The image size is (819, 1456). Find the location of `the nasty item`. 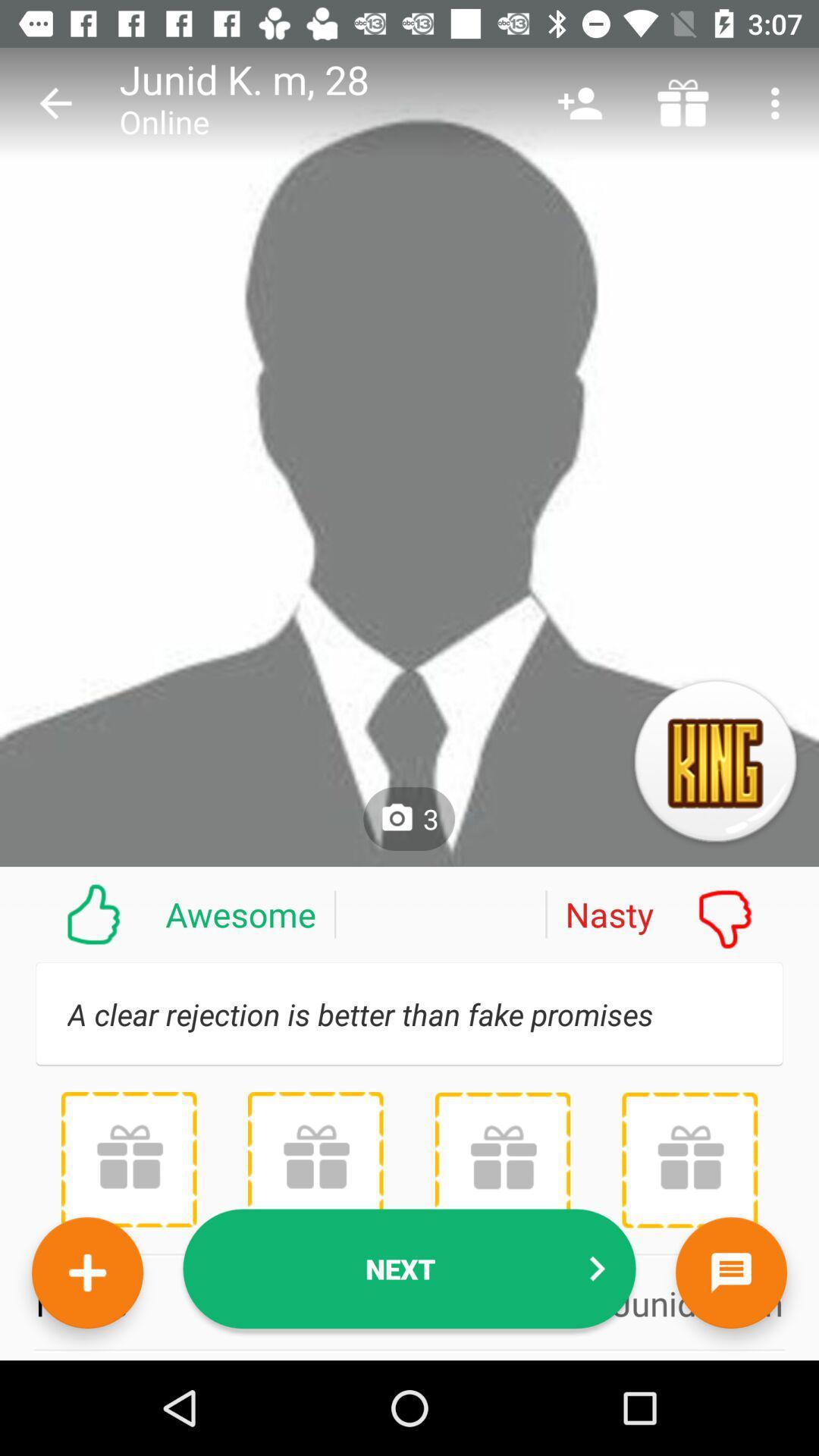

the nasty item is located at coordinates (681, 913).